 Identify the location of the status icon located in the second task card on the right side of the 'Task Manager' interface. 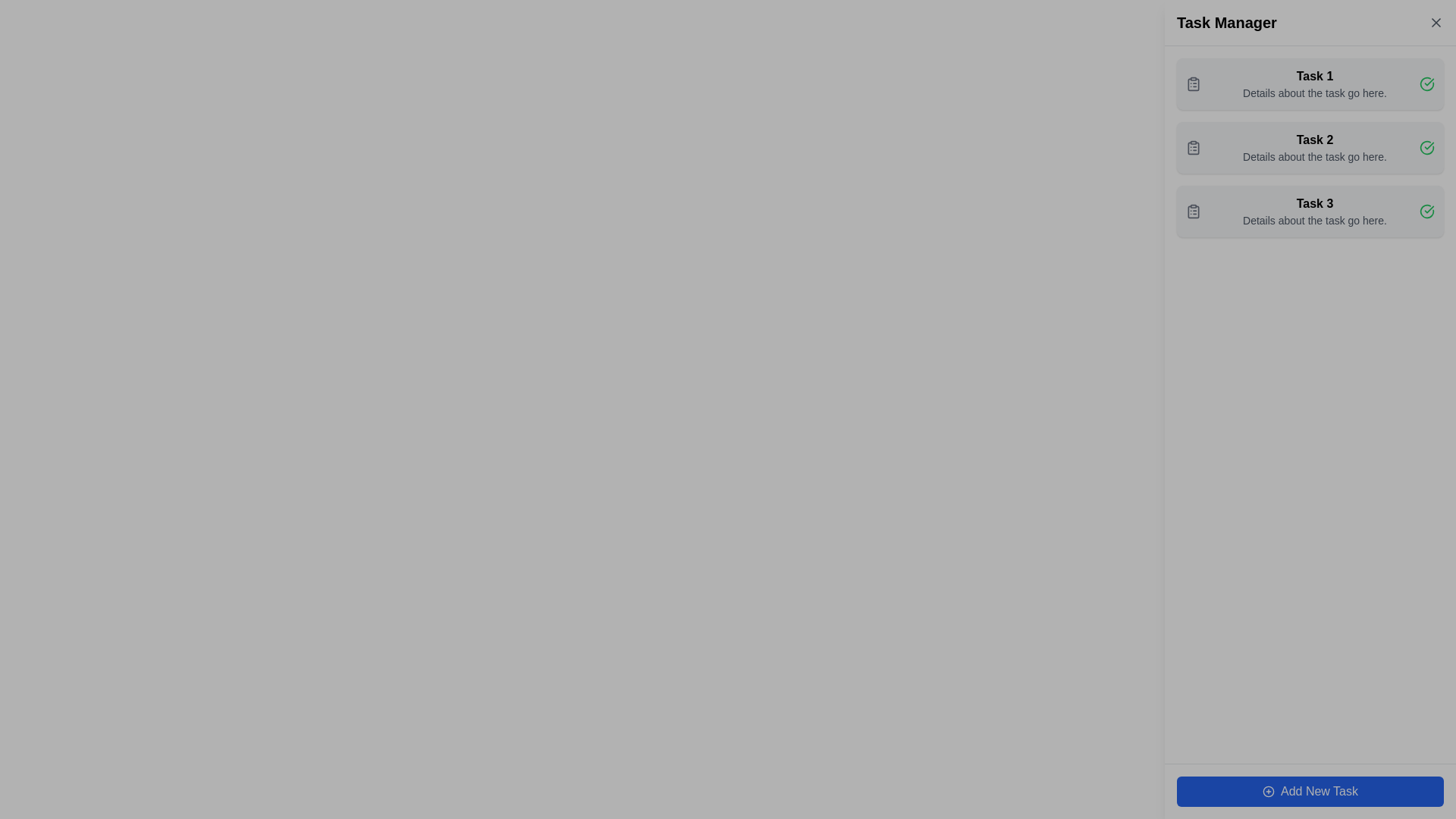
(1426, 146).